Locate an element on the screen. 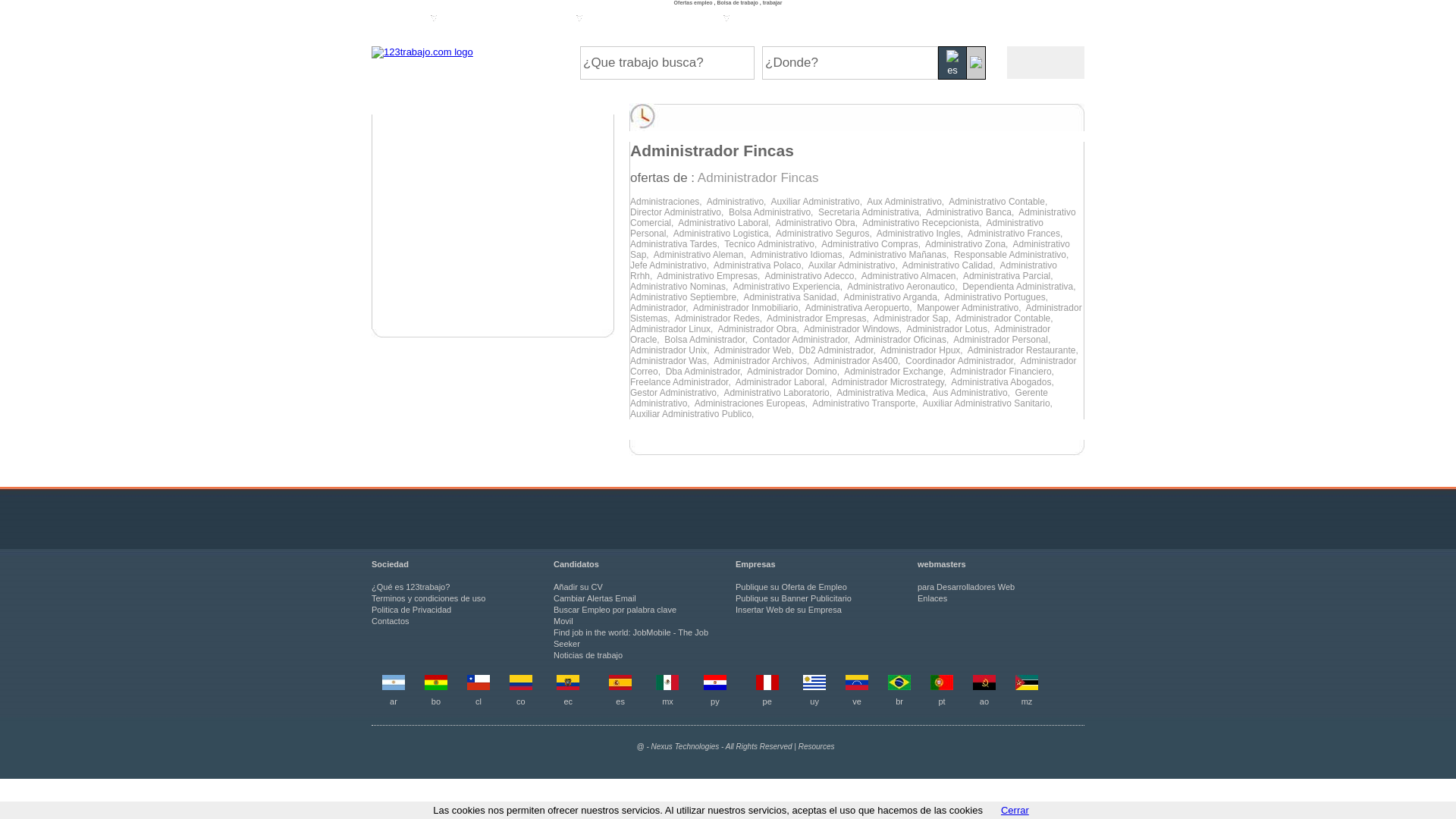 This screenshot has width=1456, height=819. 'Administrador Unix, ' is located at coordinates (671, 350).